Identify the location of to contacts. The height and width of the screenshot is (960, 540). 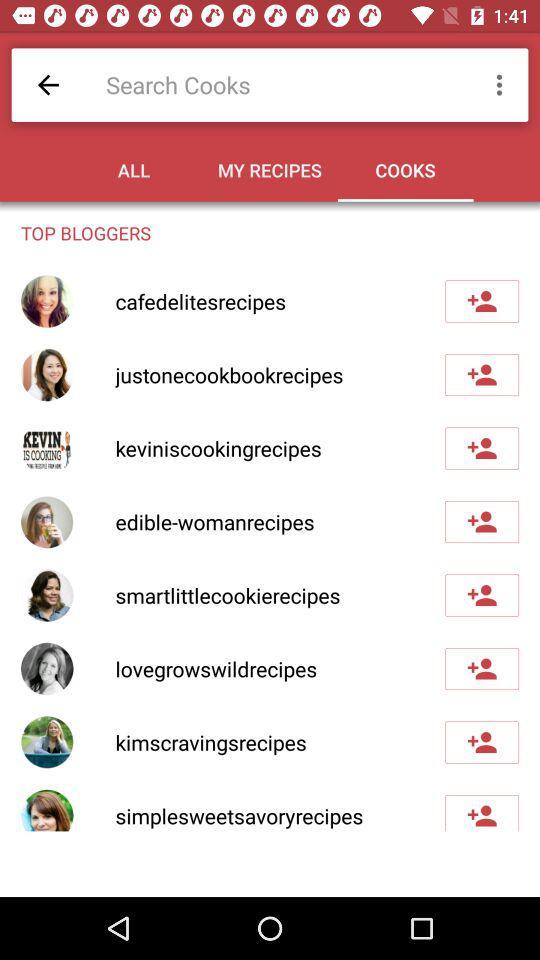
(481, 520).